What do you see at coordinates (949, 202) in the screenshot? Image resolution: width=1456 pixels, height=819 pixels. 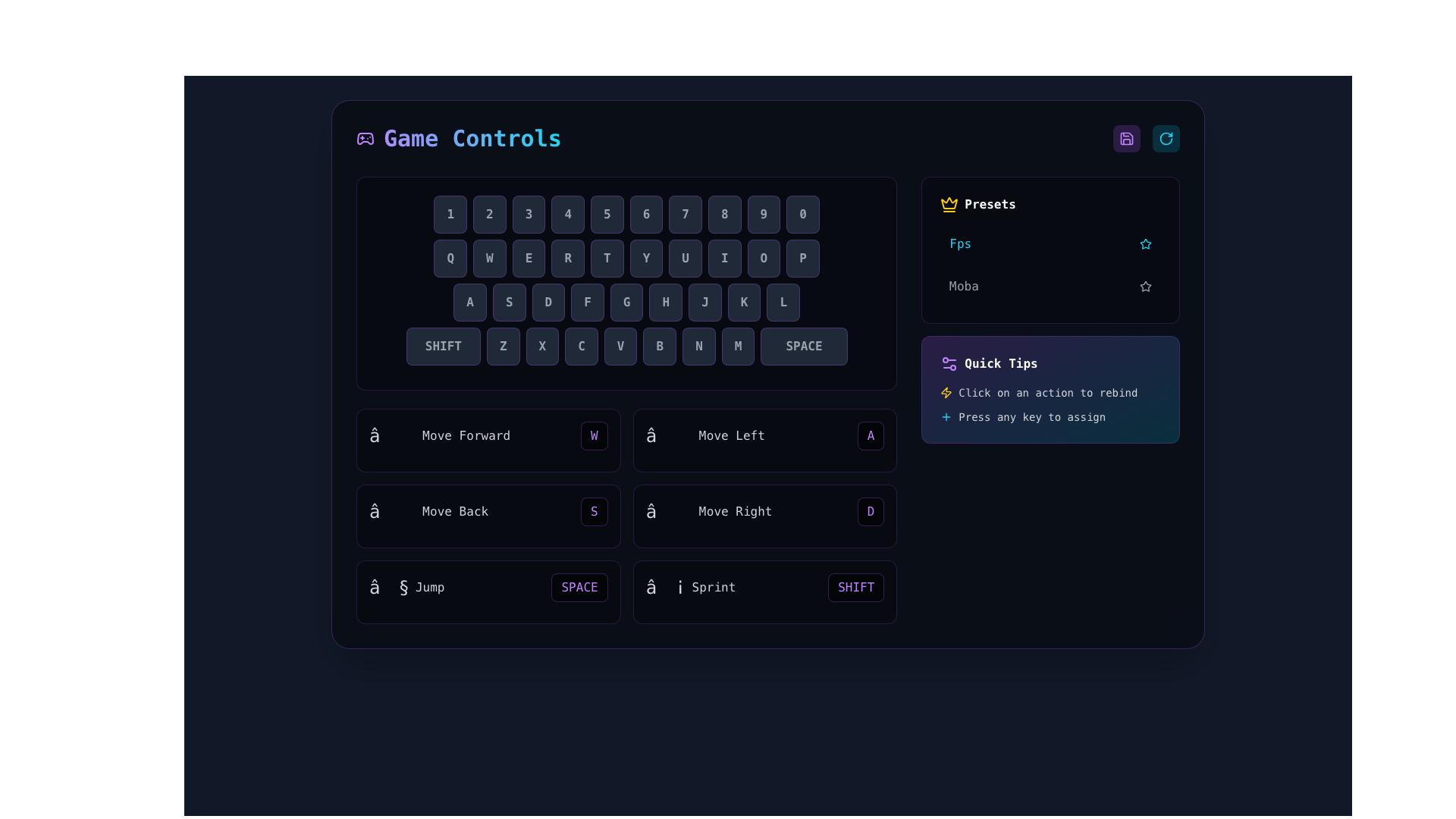 I see `the icon representing the 'Presets' section, located at the top-left corner of this section alongside the label 'Presets'` at bounding box center [949, 202].